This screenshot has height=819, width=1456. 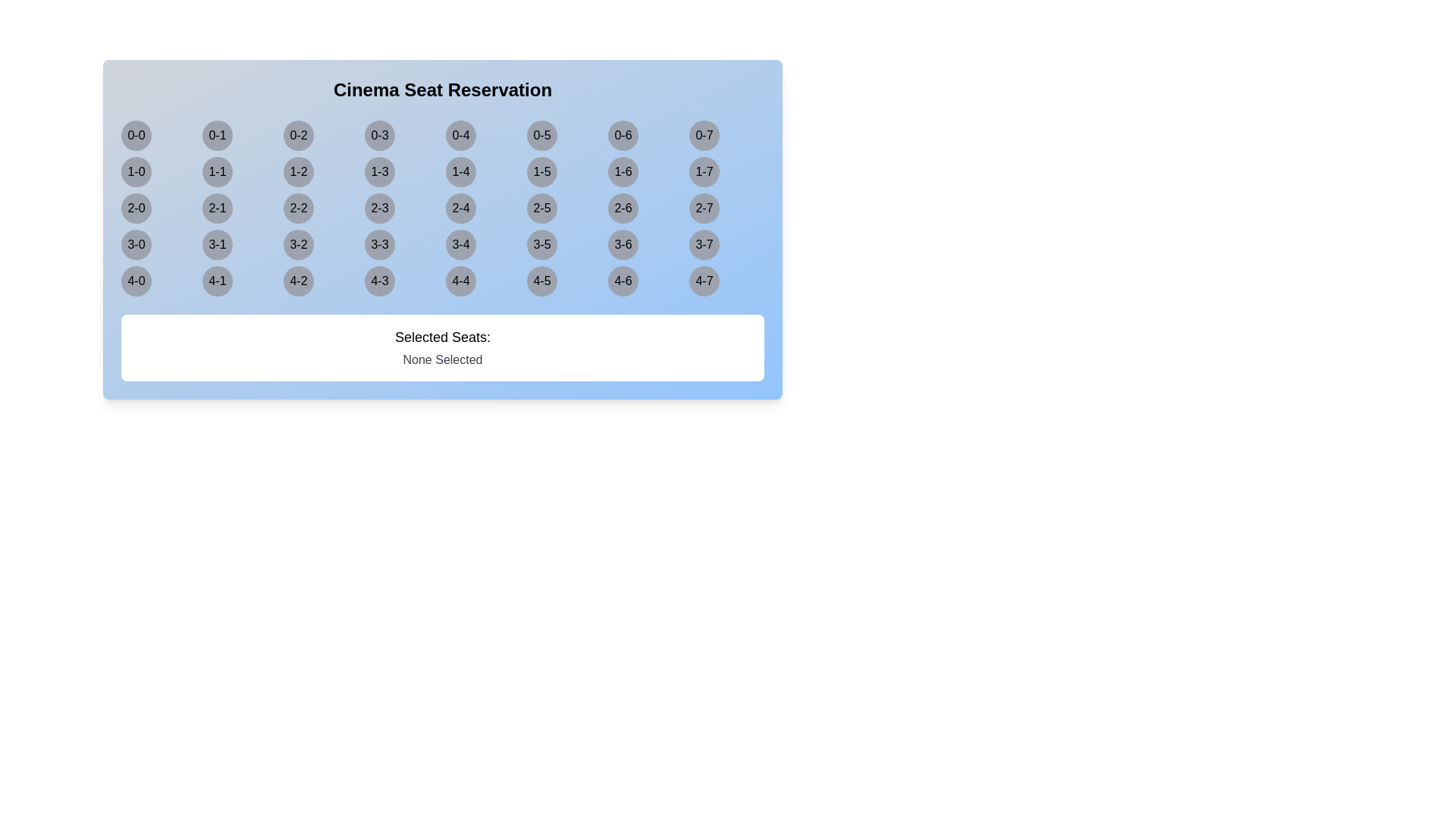 What do you see at coordinates (460, 281) in the screenshot?
I see `the circular button with gray background displaying '4-4'` at bounding box center [460, 281].